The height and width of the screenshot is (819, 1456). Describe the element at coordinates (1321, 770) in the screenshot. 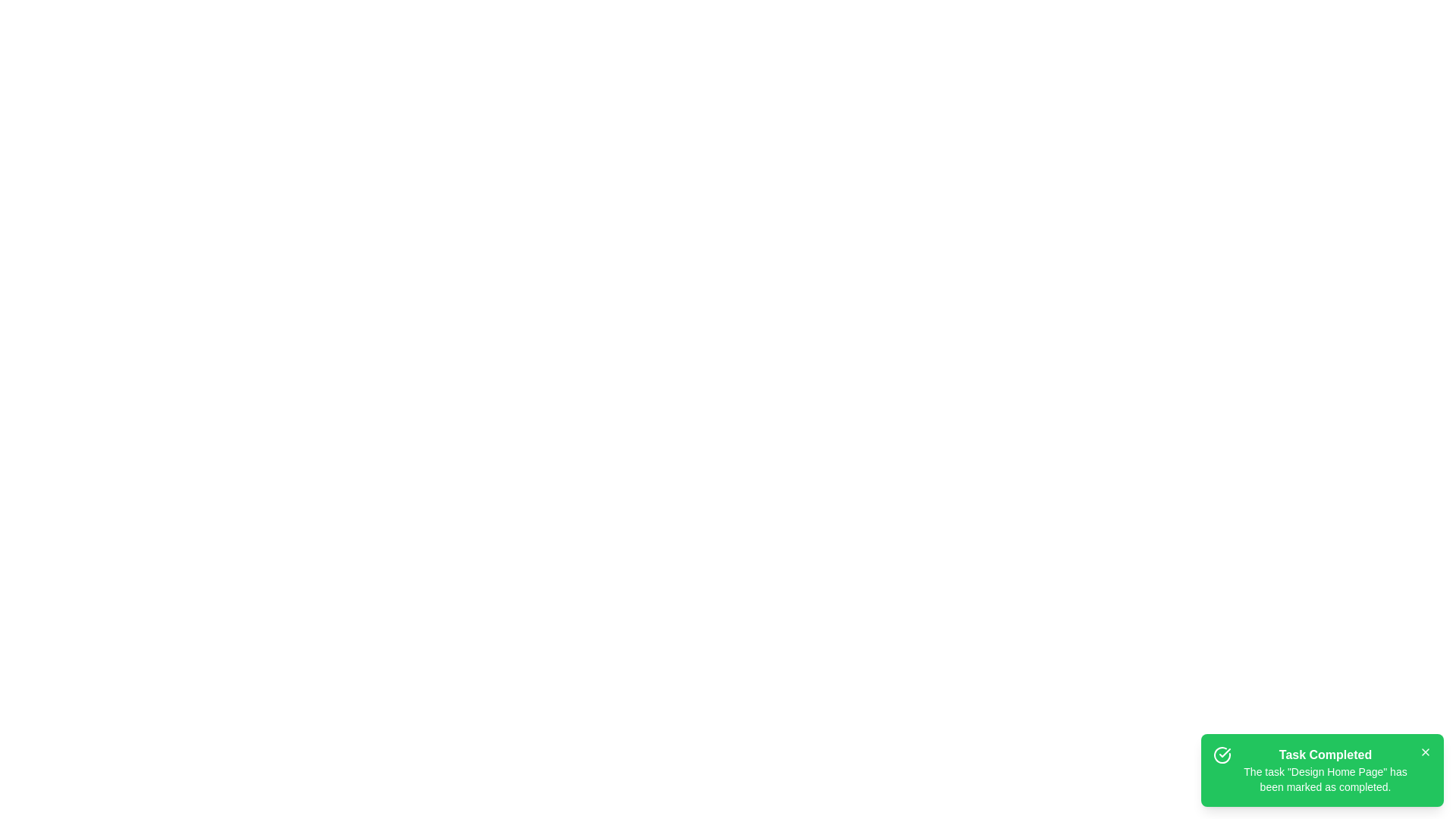

I see `the snackbar to focus on it` at that location.